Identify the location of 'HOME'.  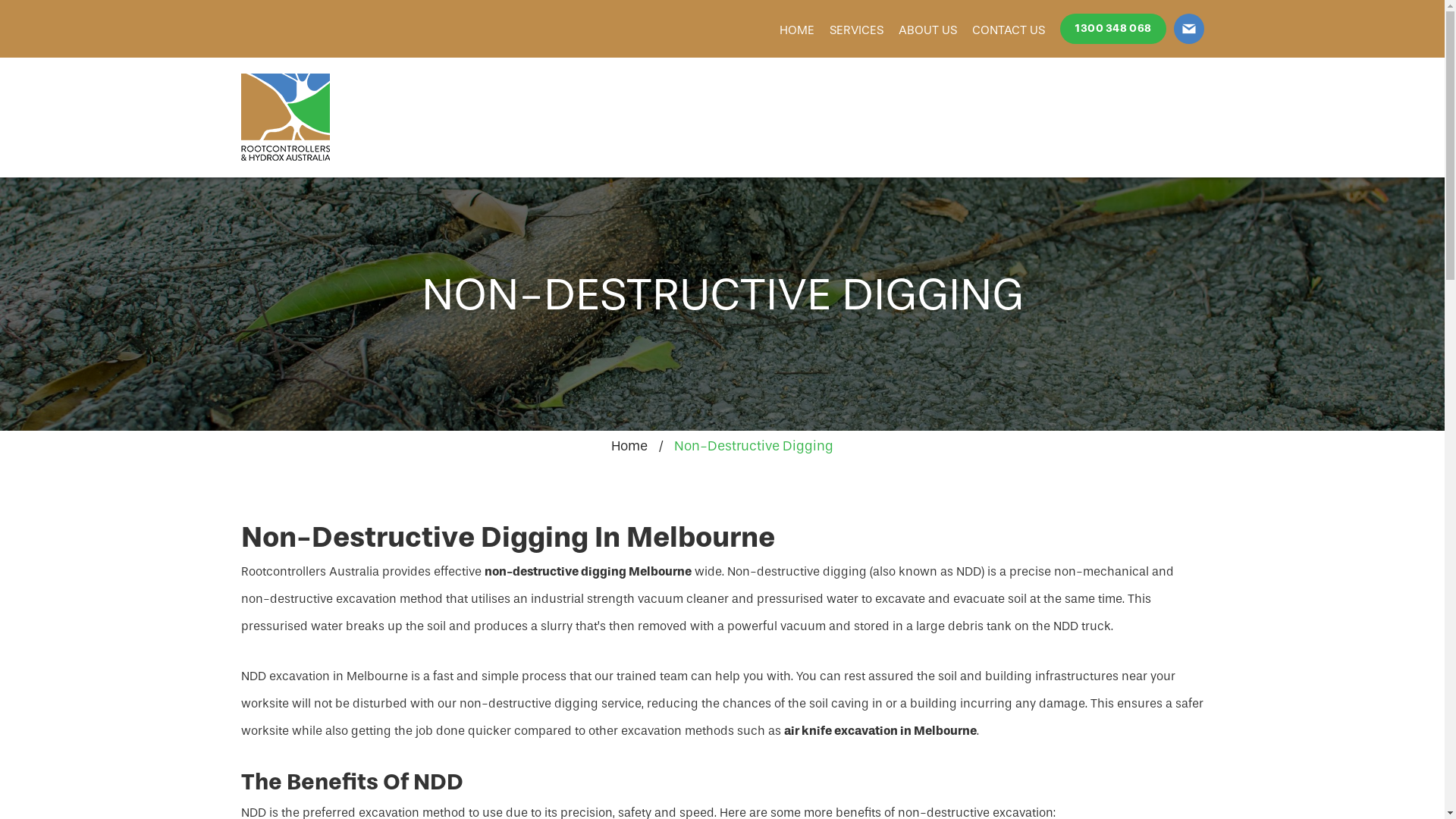
(796, 29).